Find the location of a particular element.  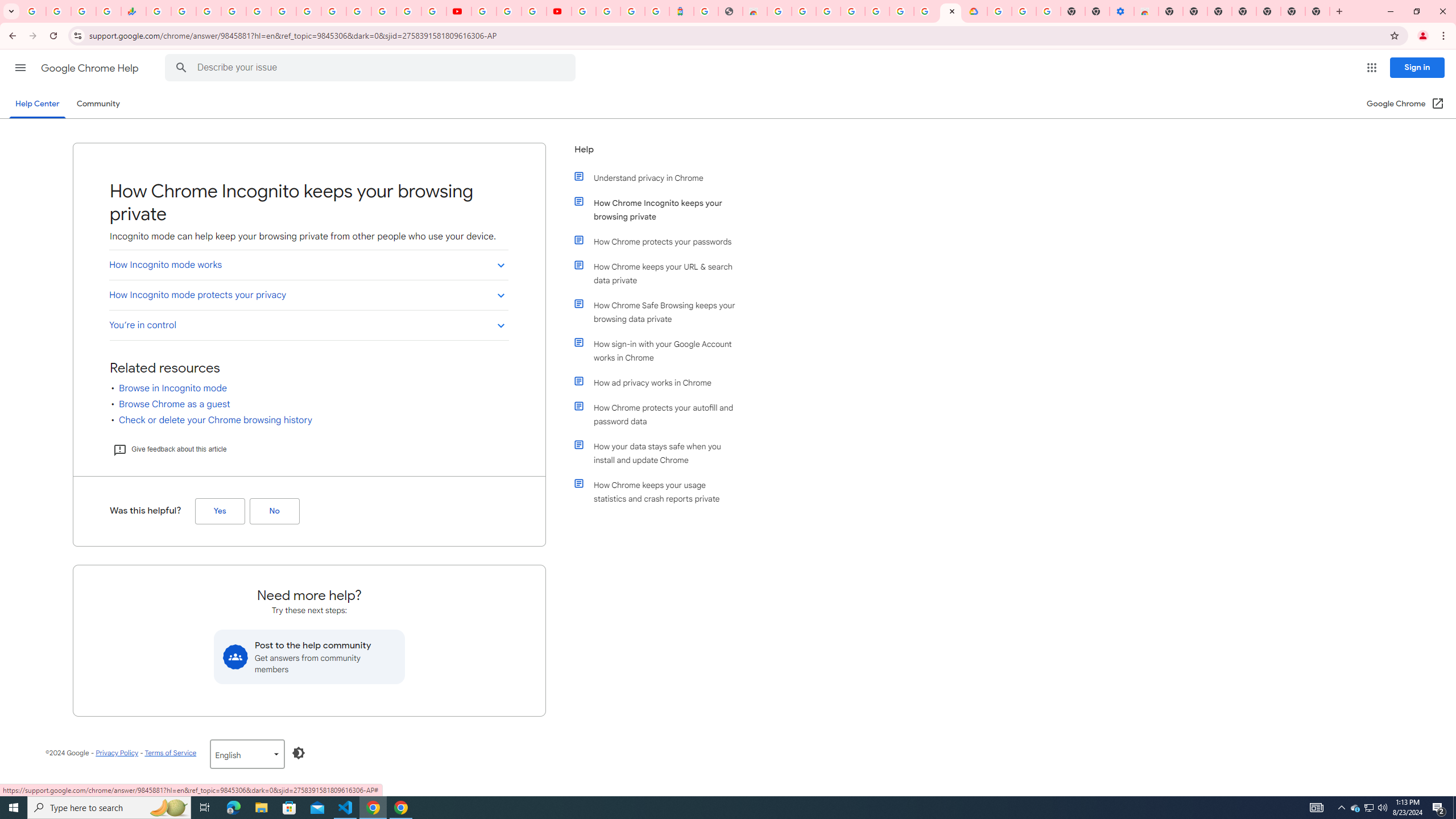

'Privacy Checkup' is located at coordinates (433, 11).